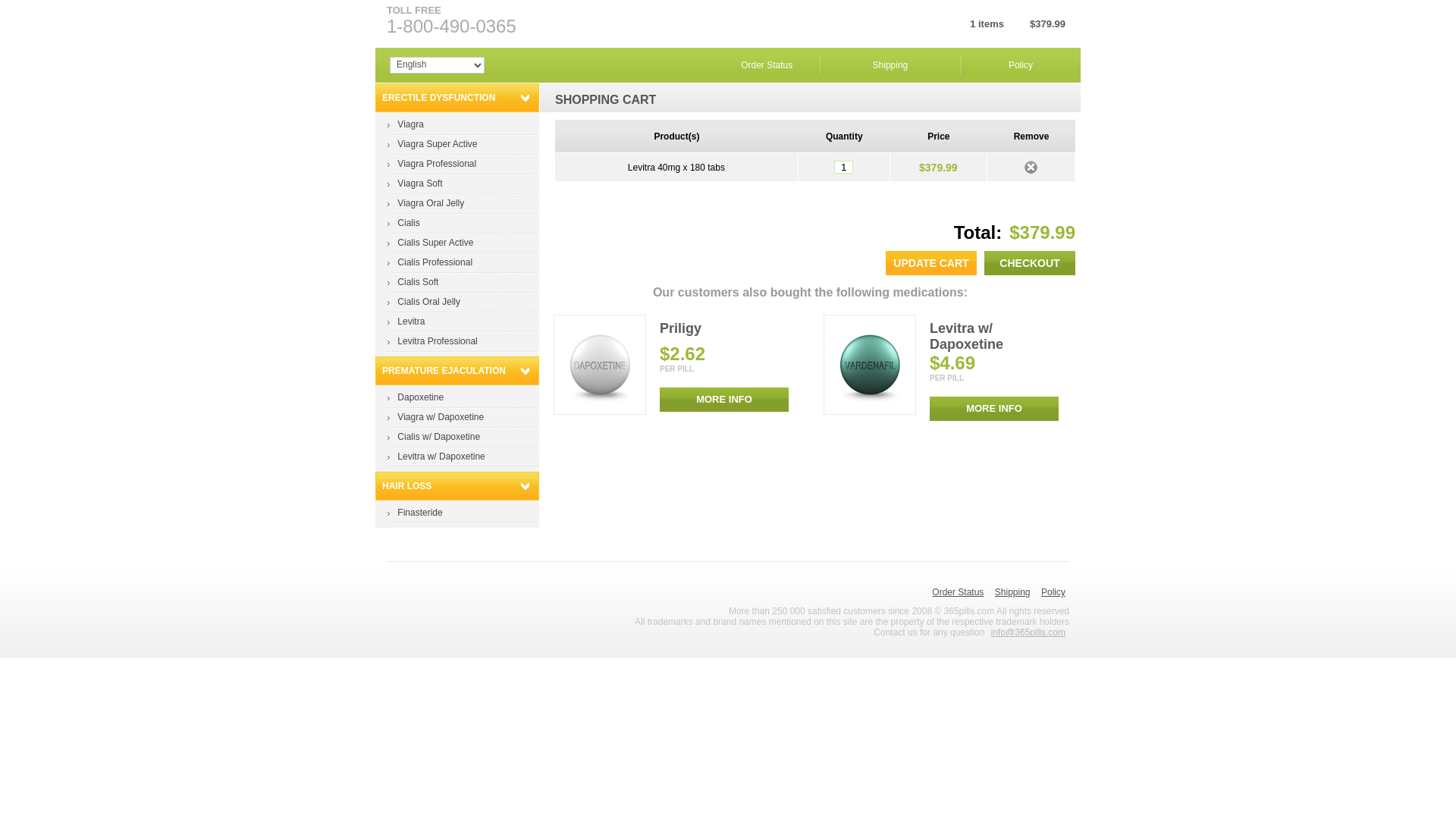  What do you see at coordinates (436, 143) in the screenshot?
I see `'Viagra Super Active'` at bounding box center [436, 143].